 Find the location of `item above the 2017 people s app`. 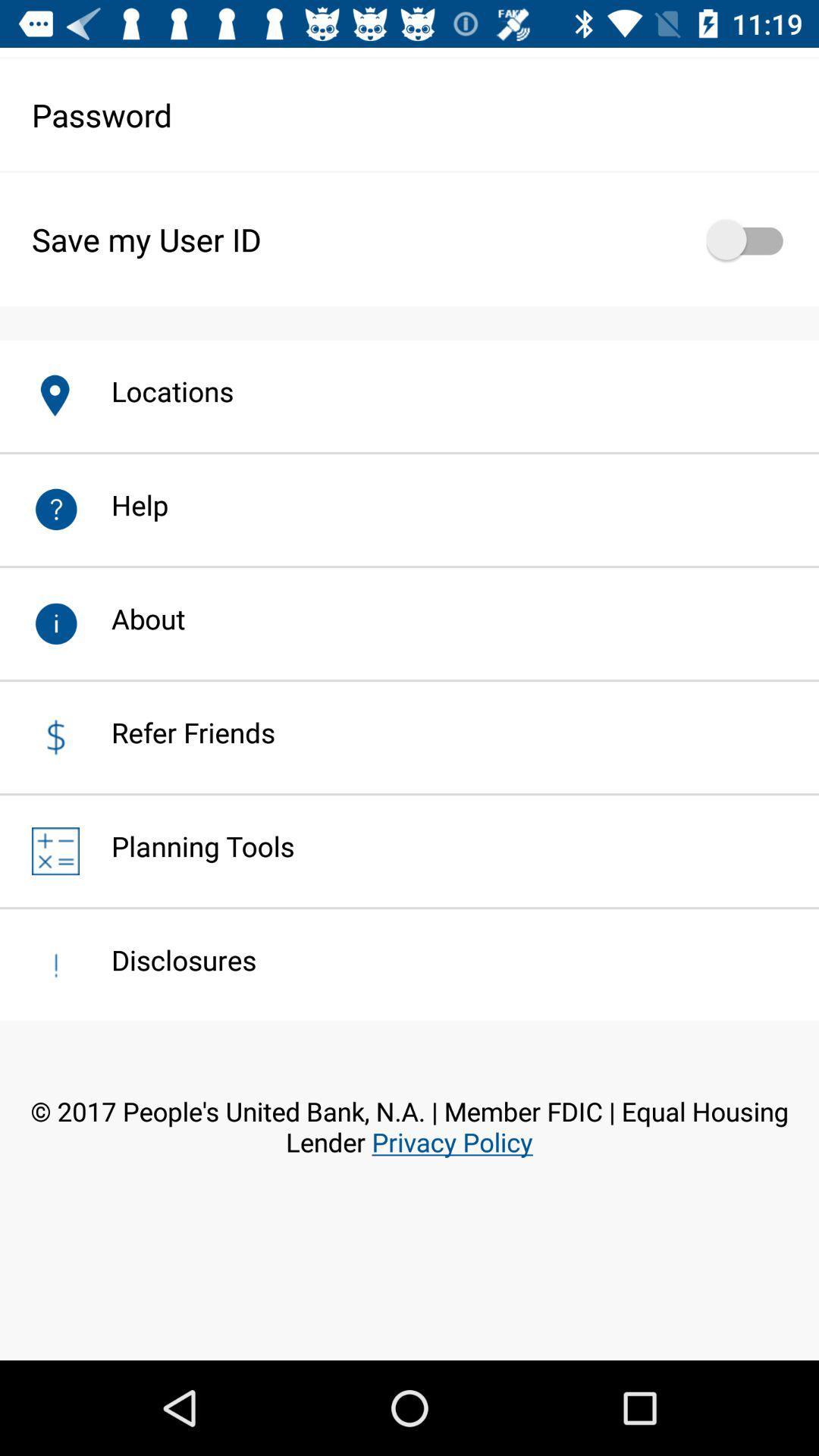

item above the 2017 people s app is located at coordinates (168, 959).